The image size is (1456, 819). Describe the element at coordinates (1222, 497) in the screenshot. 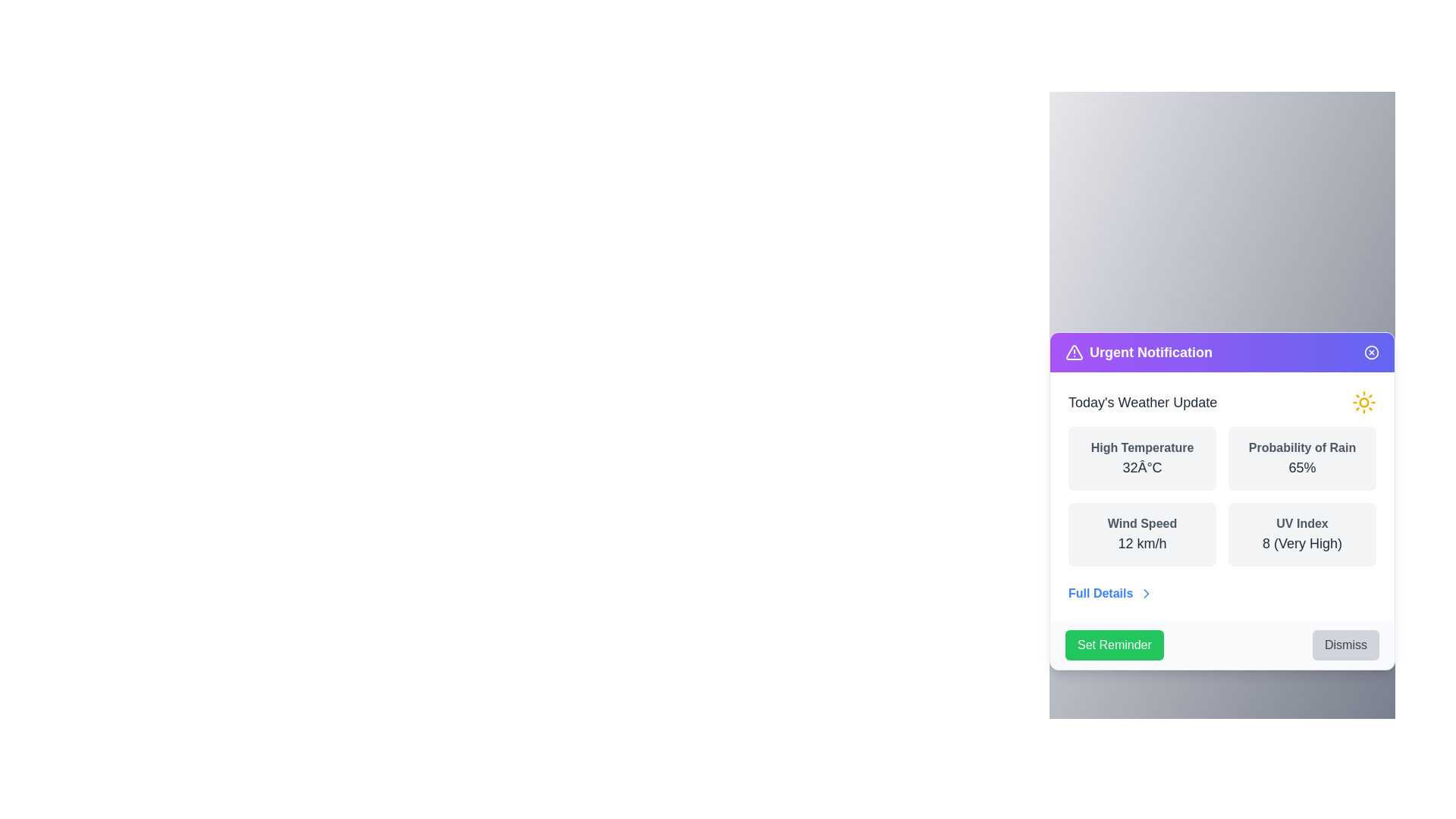

I see `the Grid of informational cards that displays weather metrics, located within the 'Today's Weather Update' section` at that location.